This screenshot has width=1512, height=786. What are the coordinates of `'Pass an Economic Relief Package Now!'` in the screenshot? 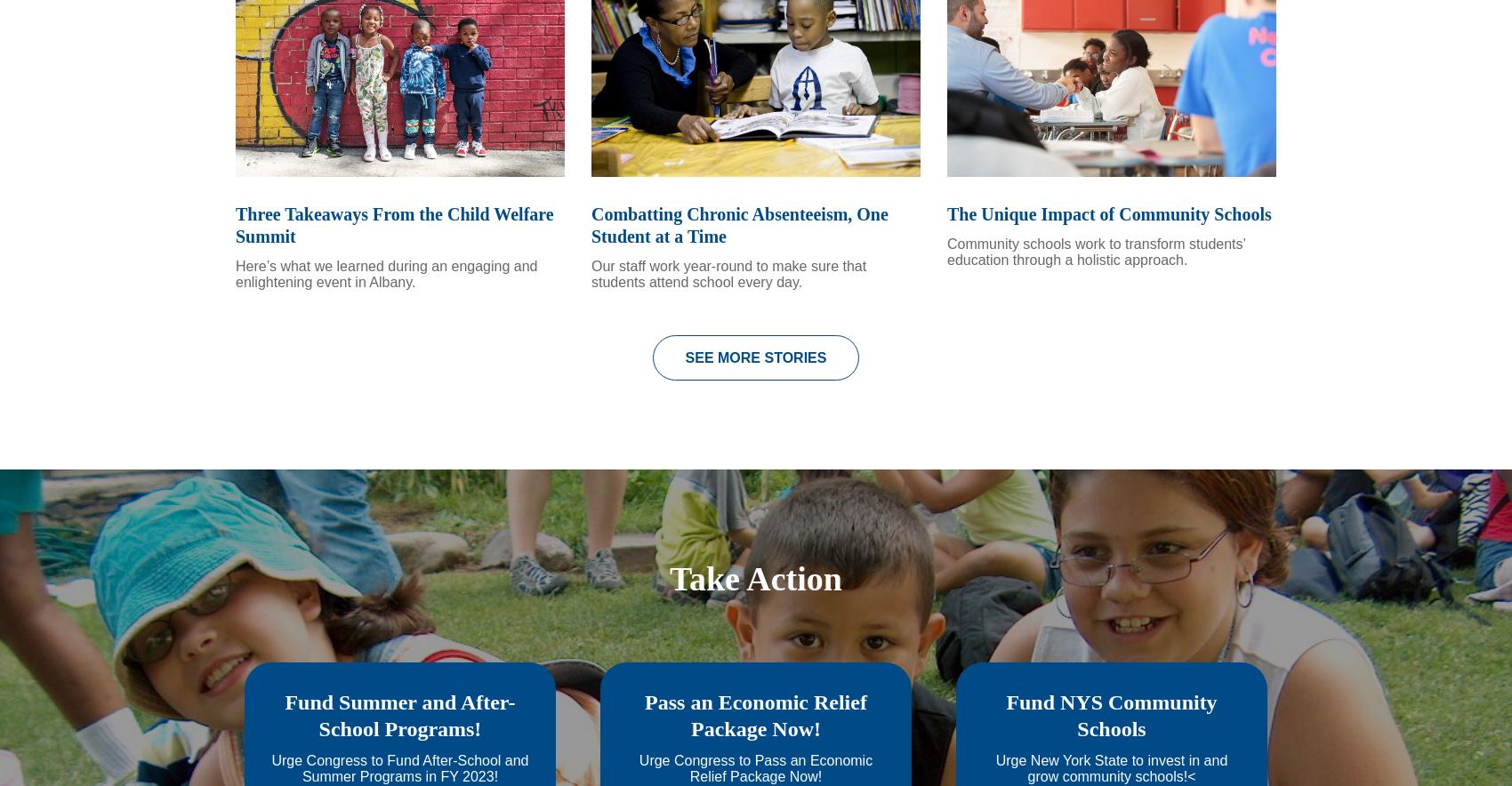 It's located at (754, 740).